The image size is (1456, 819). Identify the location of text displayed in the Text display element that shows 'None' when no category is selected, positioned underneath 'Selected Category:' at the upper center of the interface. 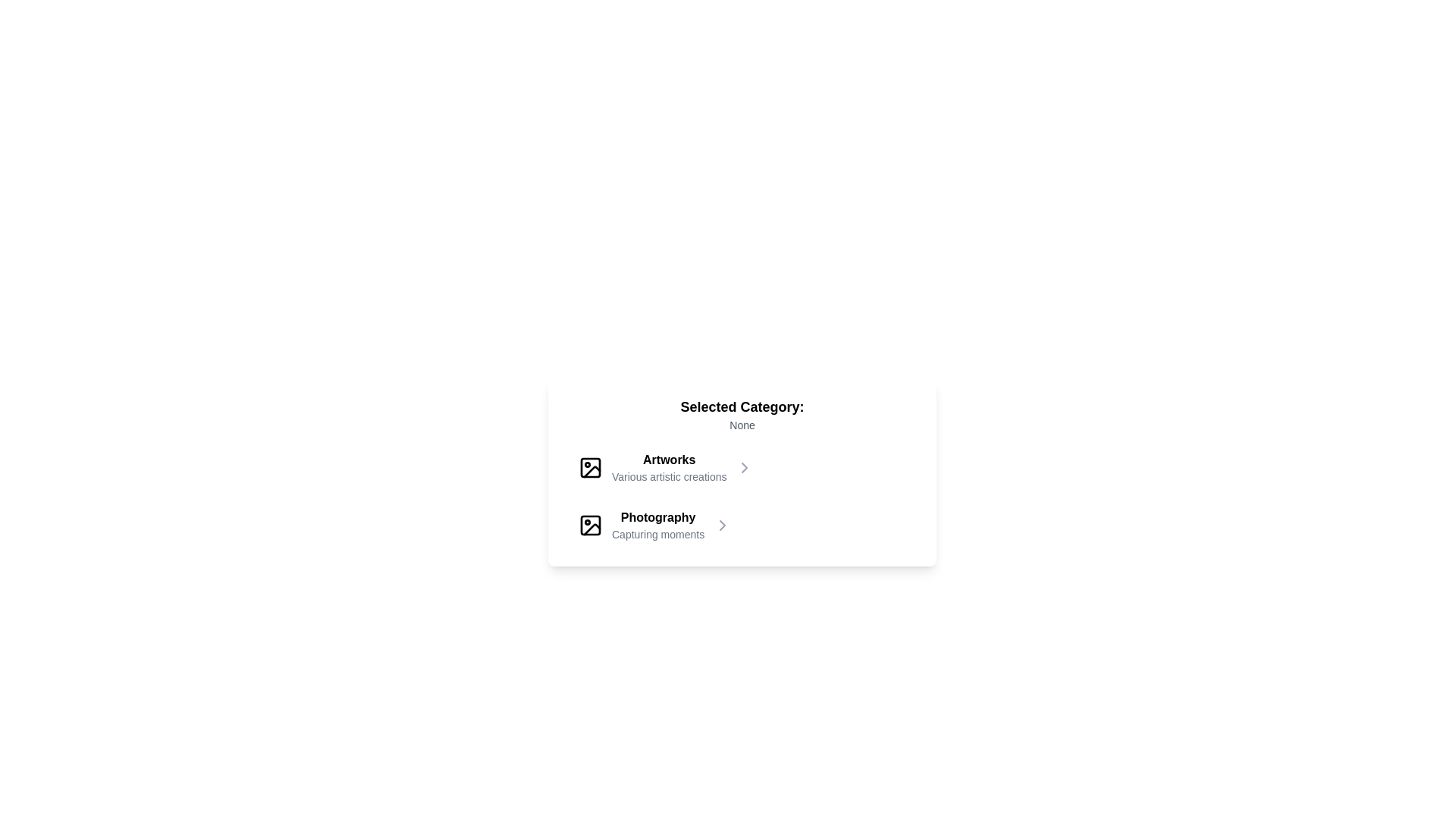
(742, 425).